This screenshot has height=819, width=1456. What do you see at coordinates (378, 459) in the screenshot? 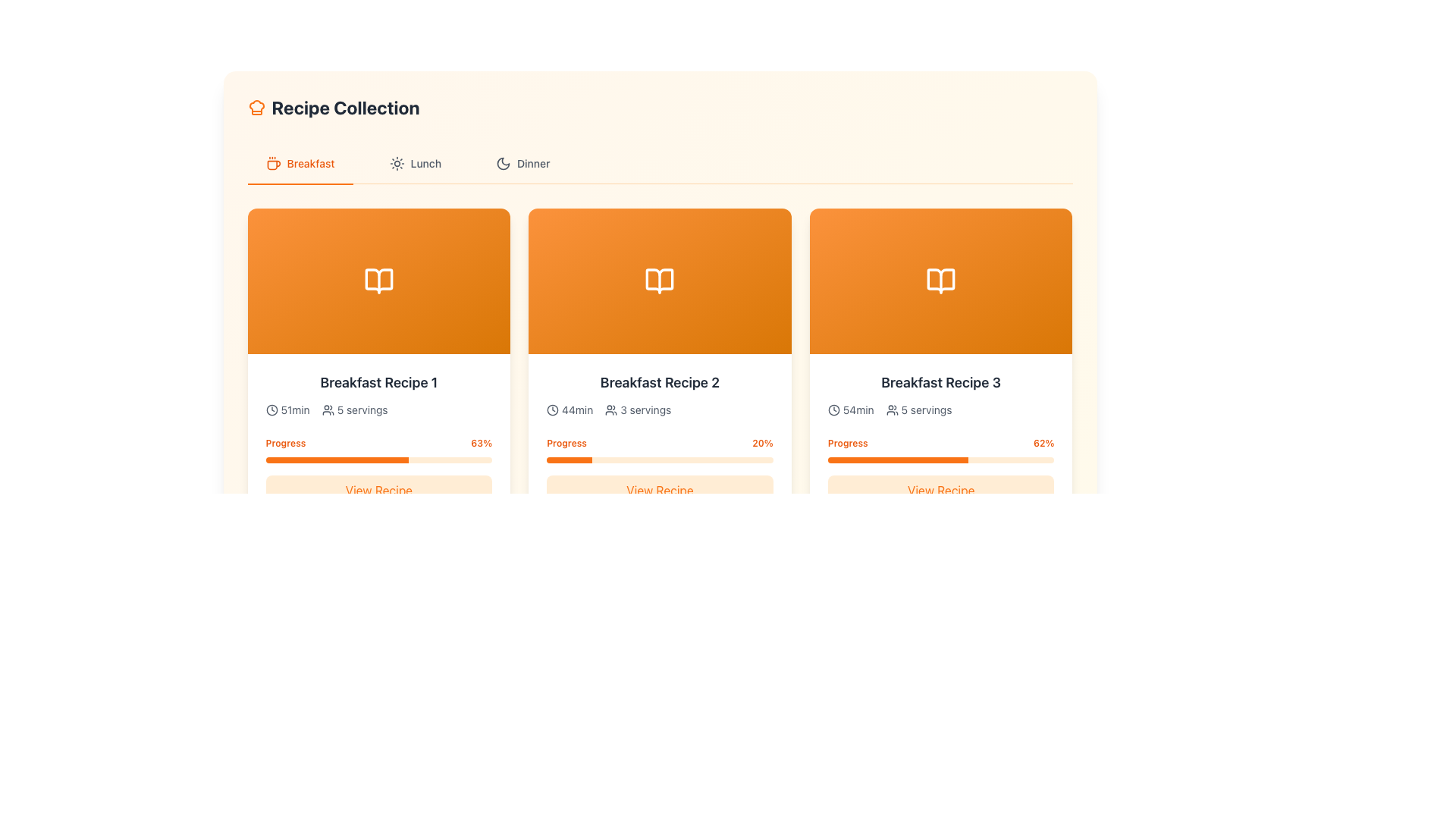
I see `the Progress Bar element located within the 'Breakfast Recipe 1' card, which is labeled 'Progress' on the left and '63%' on the right, situated above the 'View Recipe' button` at bounding box center [378, 459].